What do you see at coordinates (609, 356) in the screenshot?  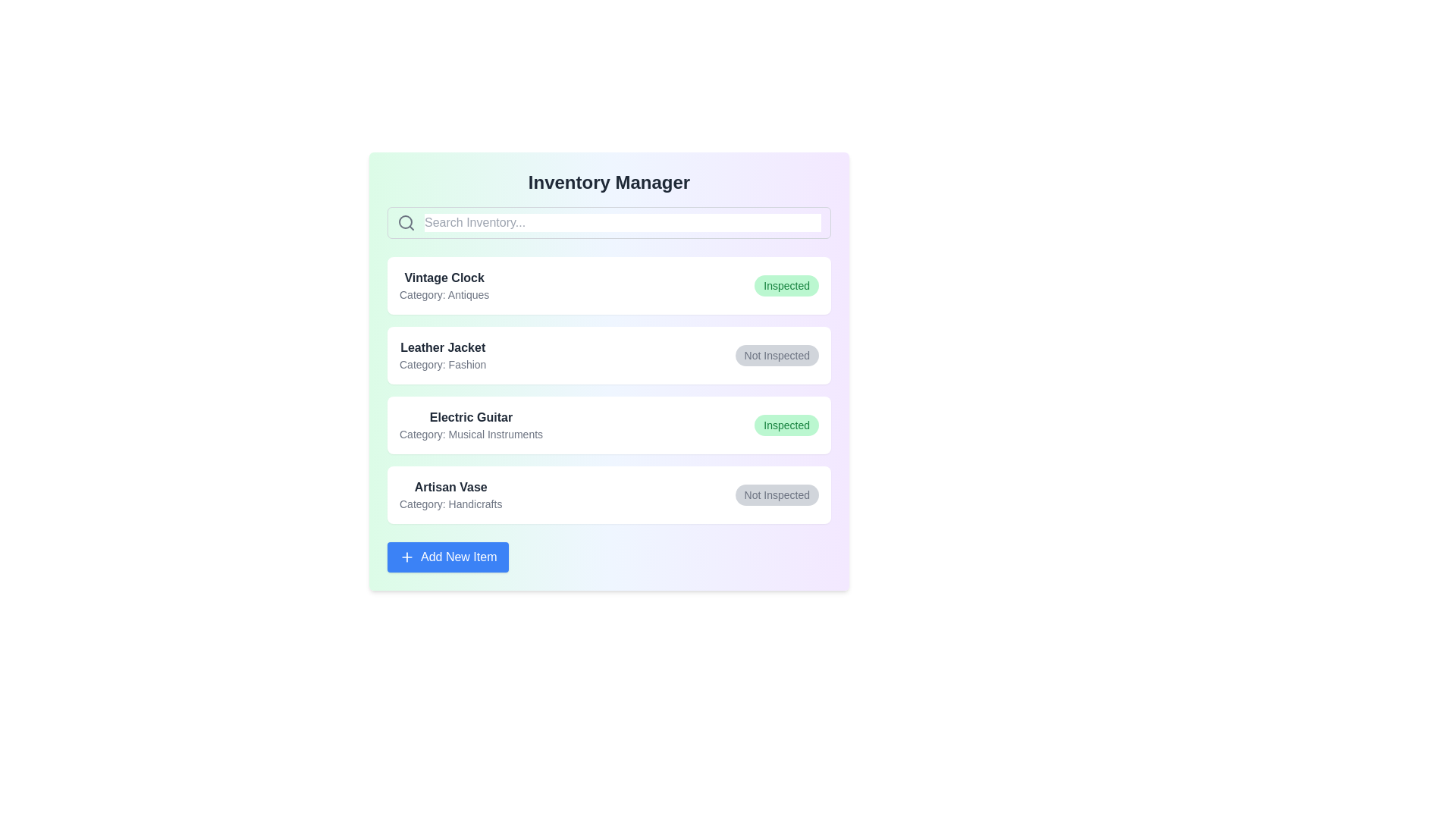 I see `the item details for Leather Jacket` at bounding box center [609, 356].